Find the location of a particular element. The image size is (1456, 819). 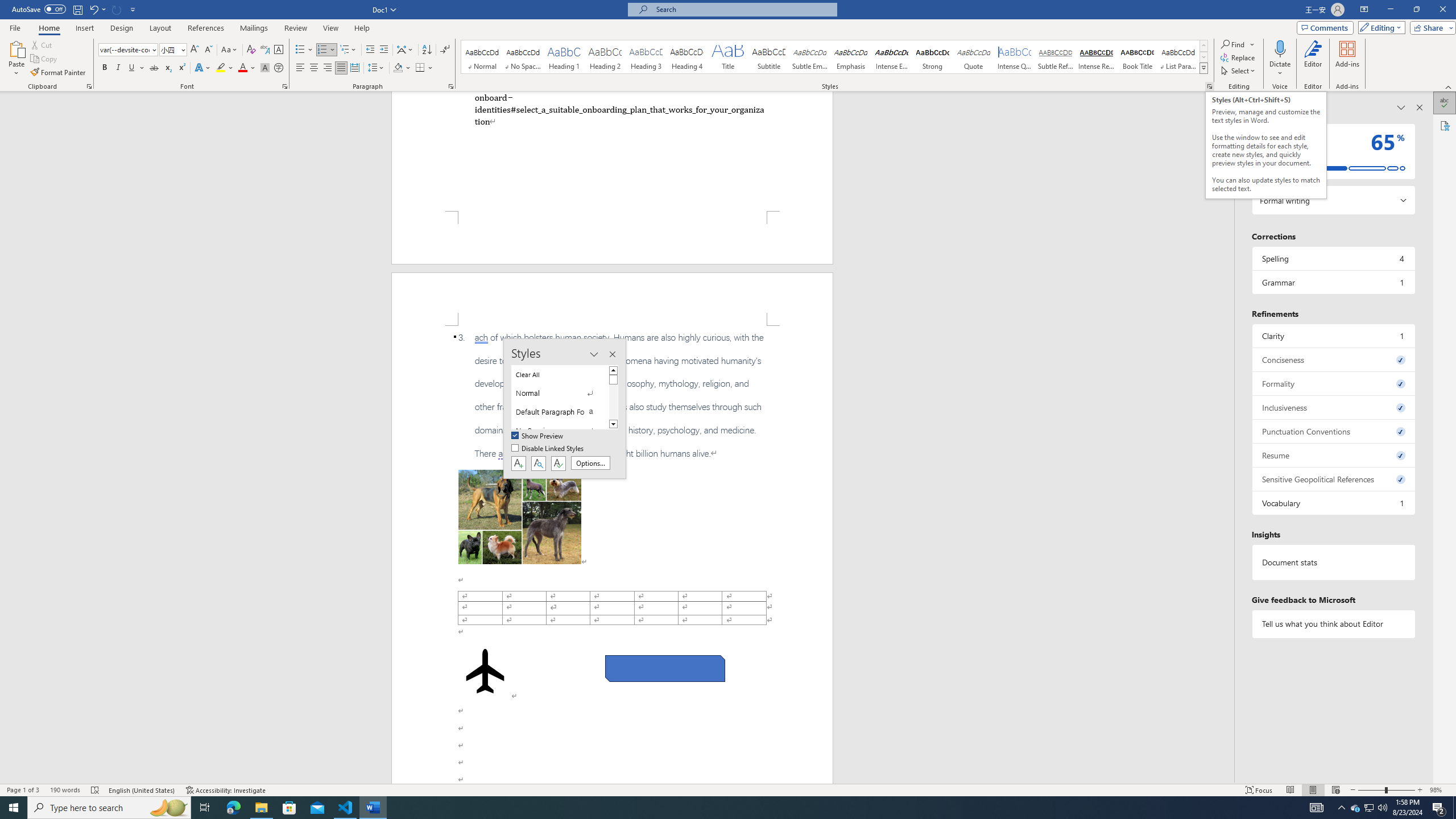

'Accessibility' is located at coordinates (1444, 126).